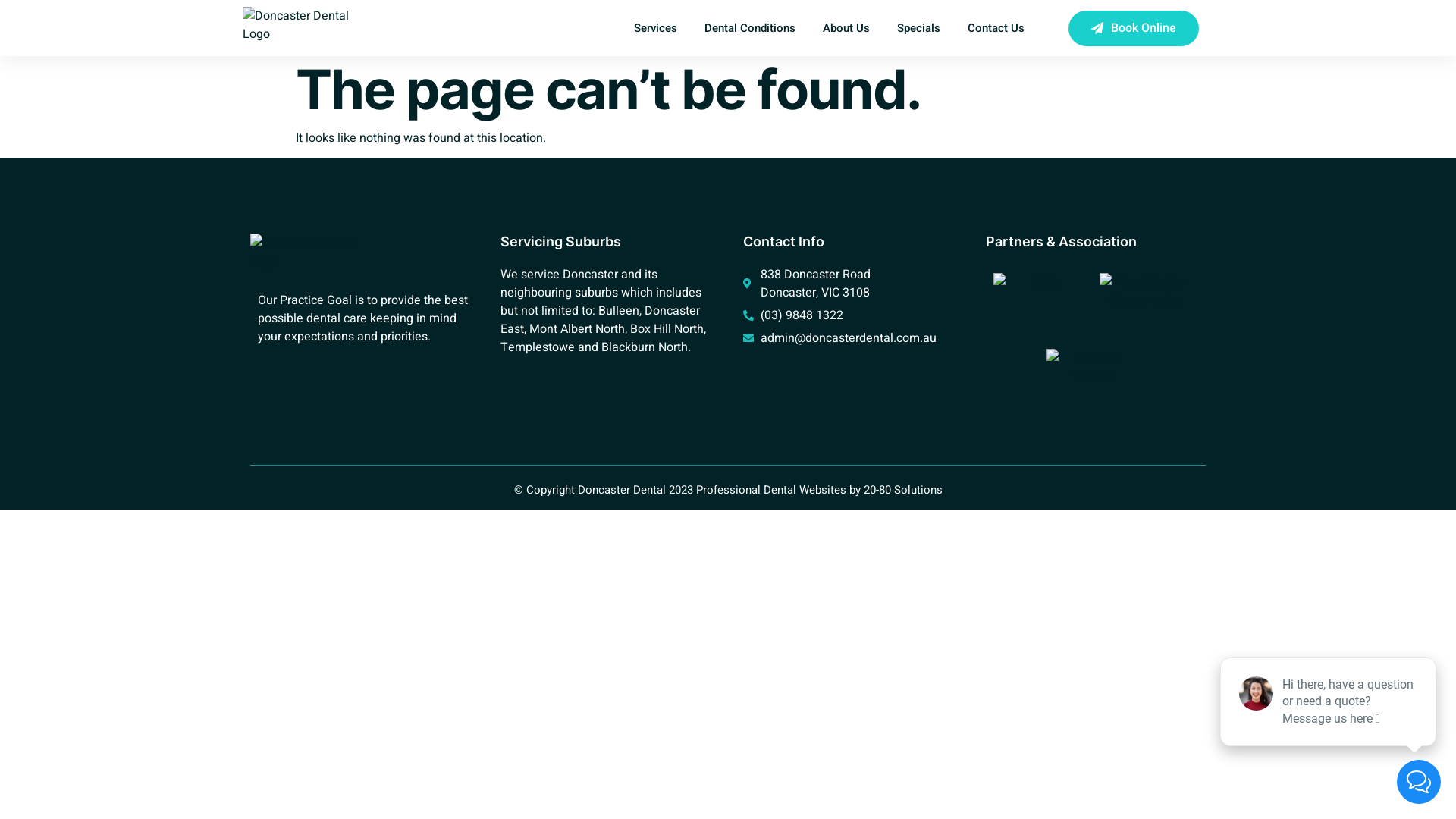 The image size is (1456, 819). What do you see at coordinates (848, 284) in the screenshot?
I see `'838 Doncaster Road` at bounding box center [848, 284].